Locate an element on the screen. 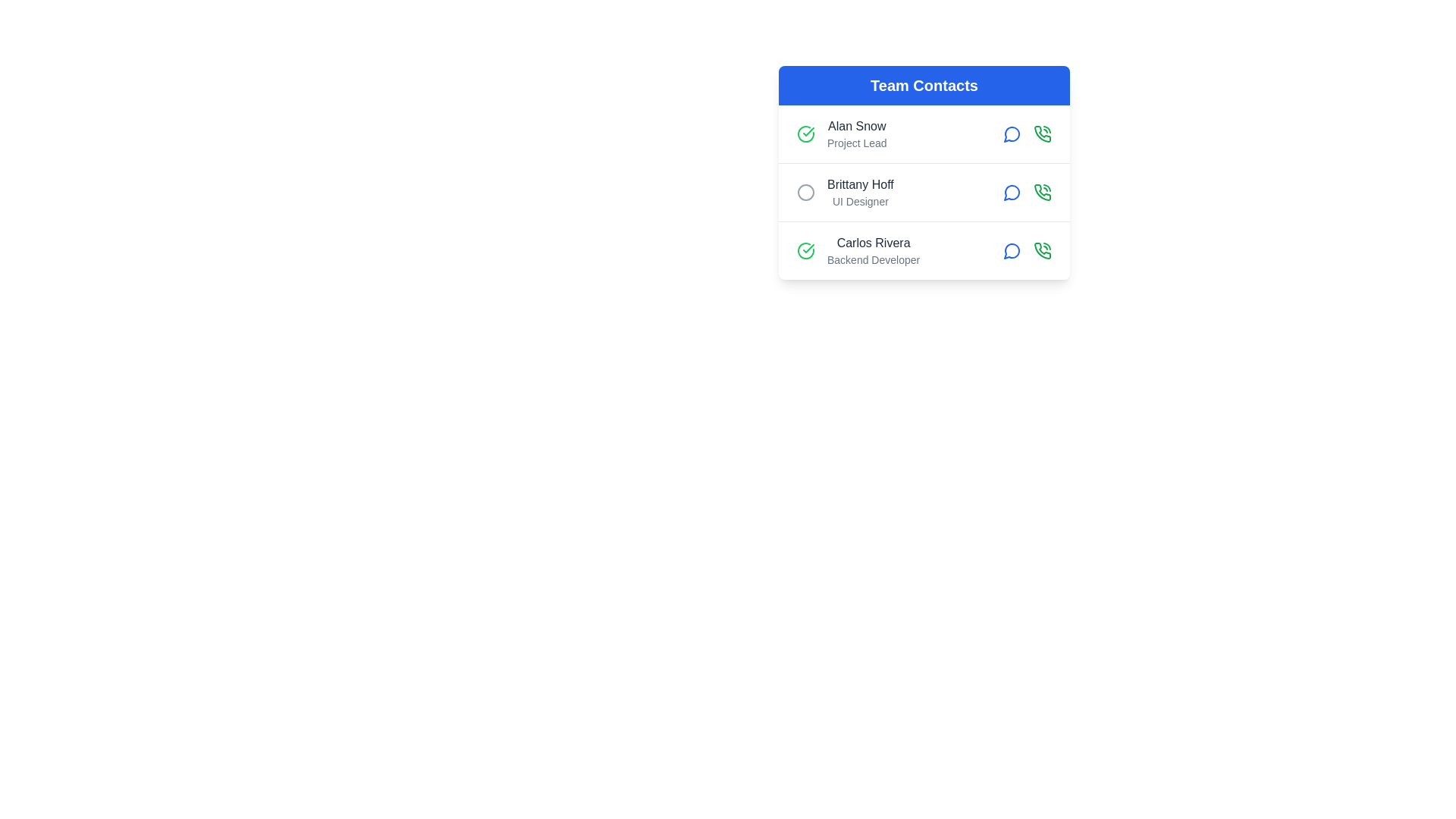 This screenshot has height=819, width=1456. the contact row corresponding to Carlos Rivera is located at coordinates (924, 249).